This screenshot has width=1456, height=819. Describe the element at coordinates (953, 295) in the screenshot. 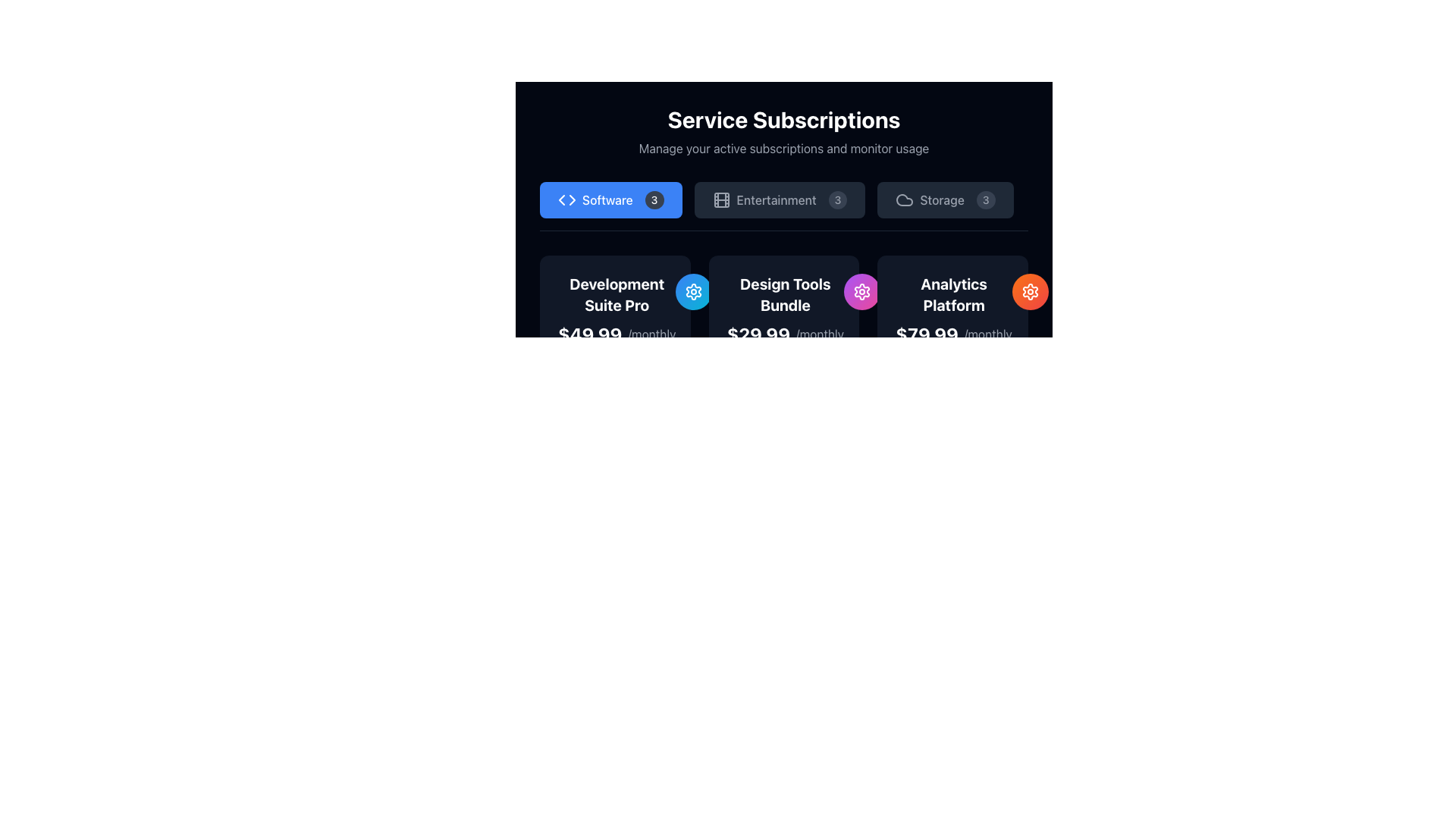

I see `the 'Analytics Platform' static text label, which is styled in bold white font against a dark background` at that location.